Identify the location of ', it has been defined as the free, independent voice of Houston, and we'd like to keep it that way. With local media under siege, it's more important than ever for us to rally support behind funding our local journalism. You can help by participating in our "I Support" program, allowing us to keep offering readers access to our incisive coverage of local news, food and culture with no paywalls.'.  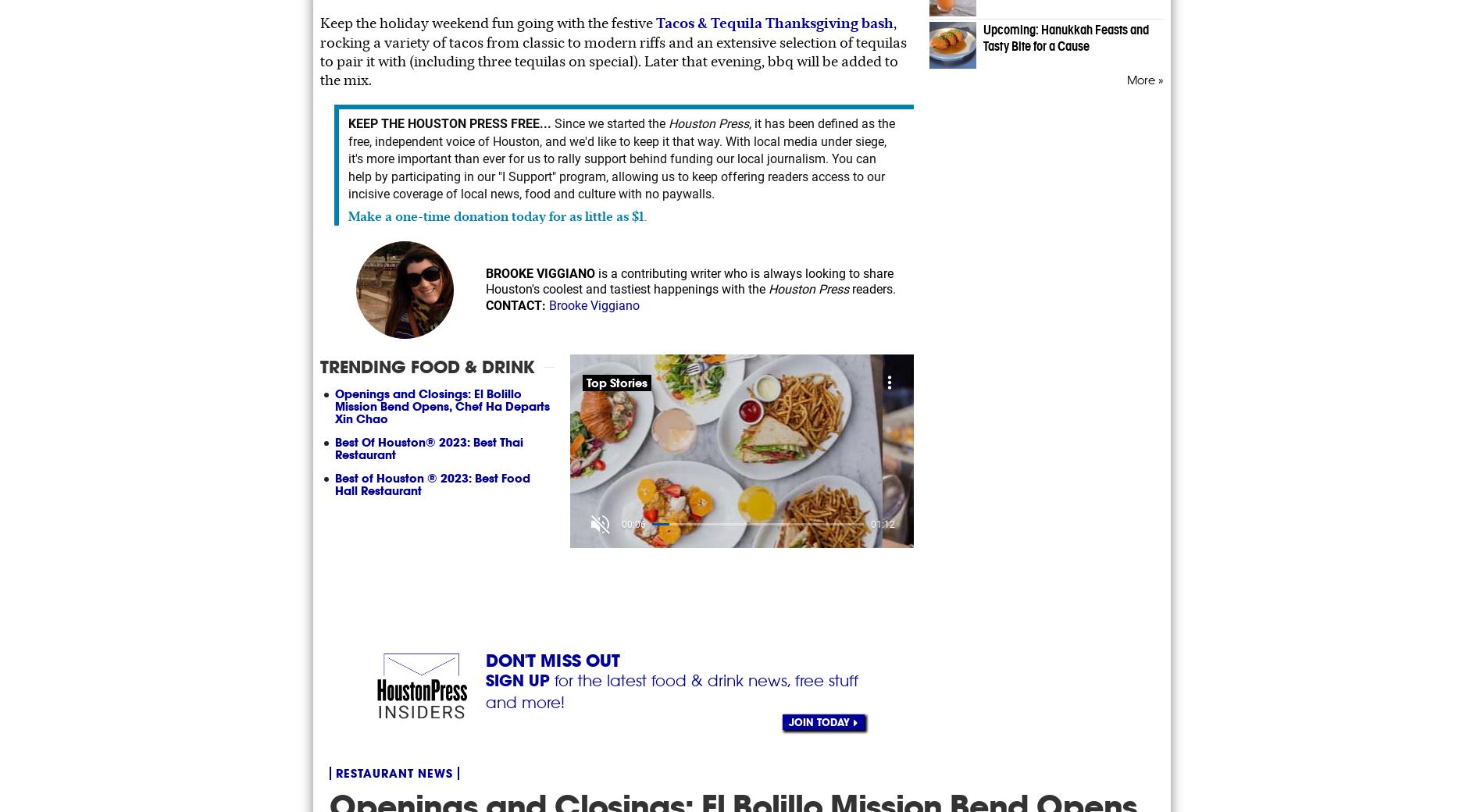
(620, 158).